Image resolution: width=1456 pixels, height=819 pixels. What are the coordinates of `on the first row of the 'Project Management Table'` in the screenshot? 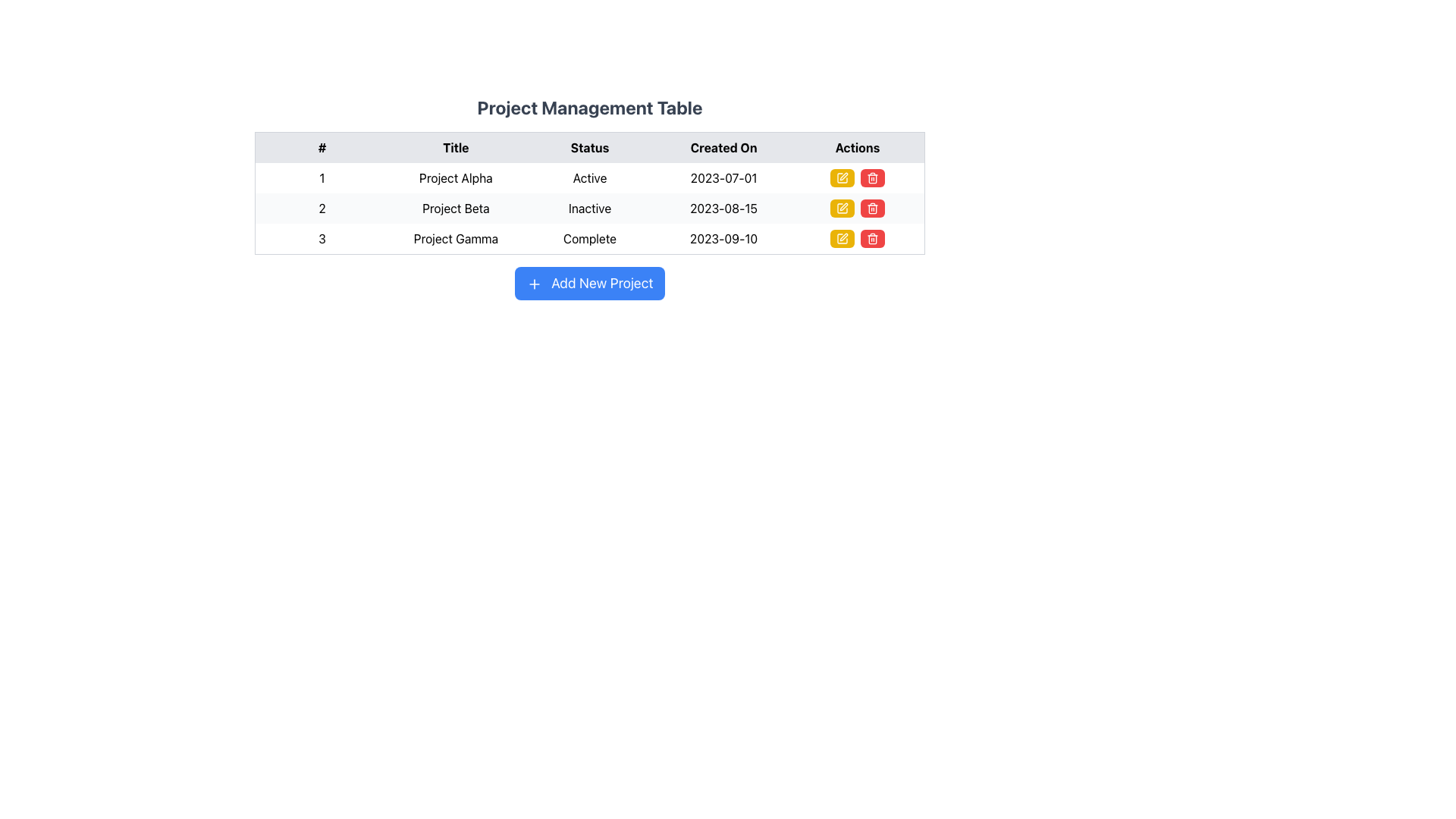 It's located at (588, 177).